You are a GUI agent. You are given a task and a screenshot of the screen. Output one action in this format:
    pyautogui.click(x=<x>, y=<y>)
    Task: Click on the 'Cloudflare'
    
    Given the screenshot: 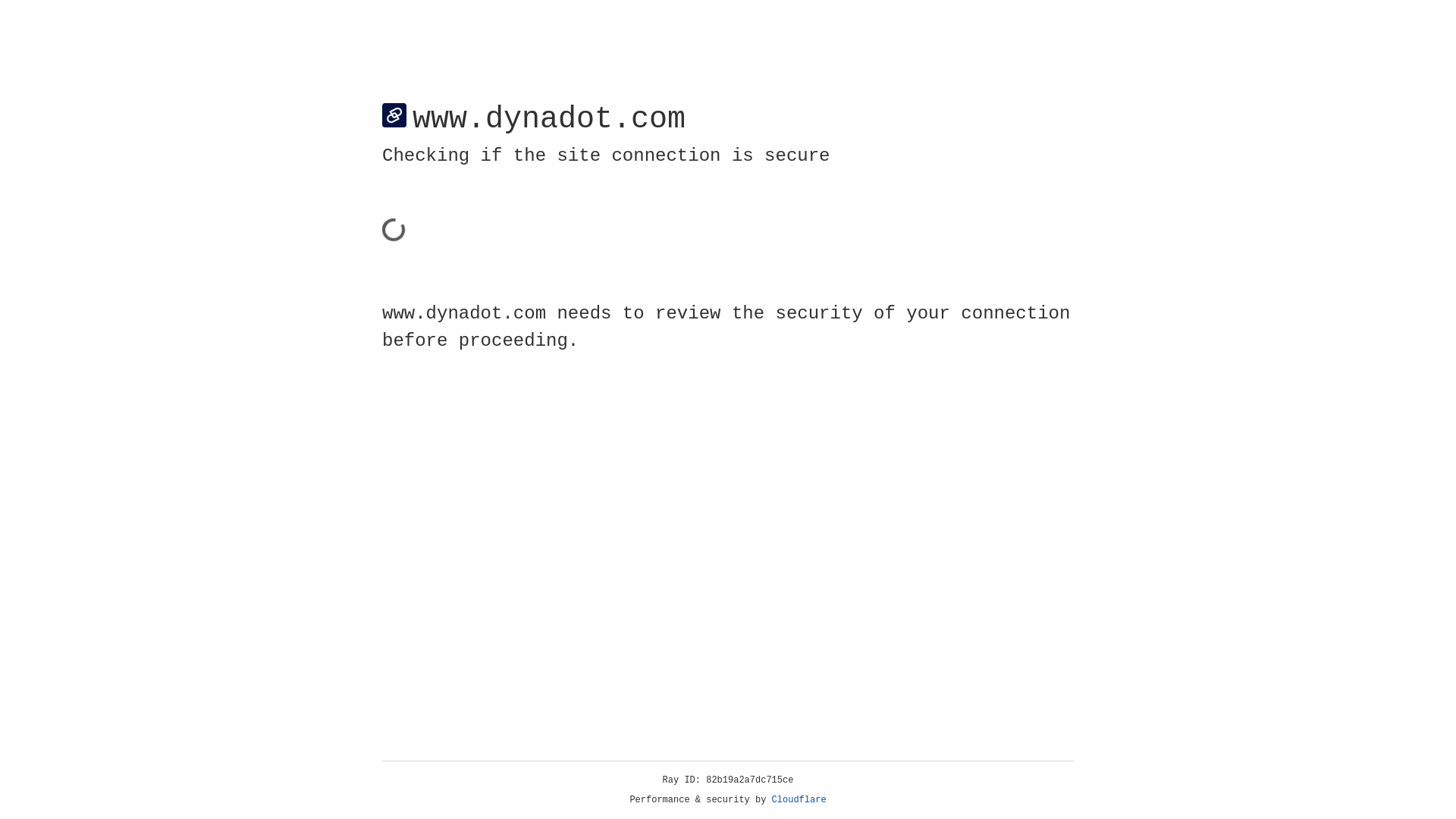 What is the action you would take?
    pyautogui.click(x=799, y=799)
    